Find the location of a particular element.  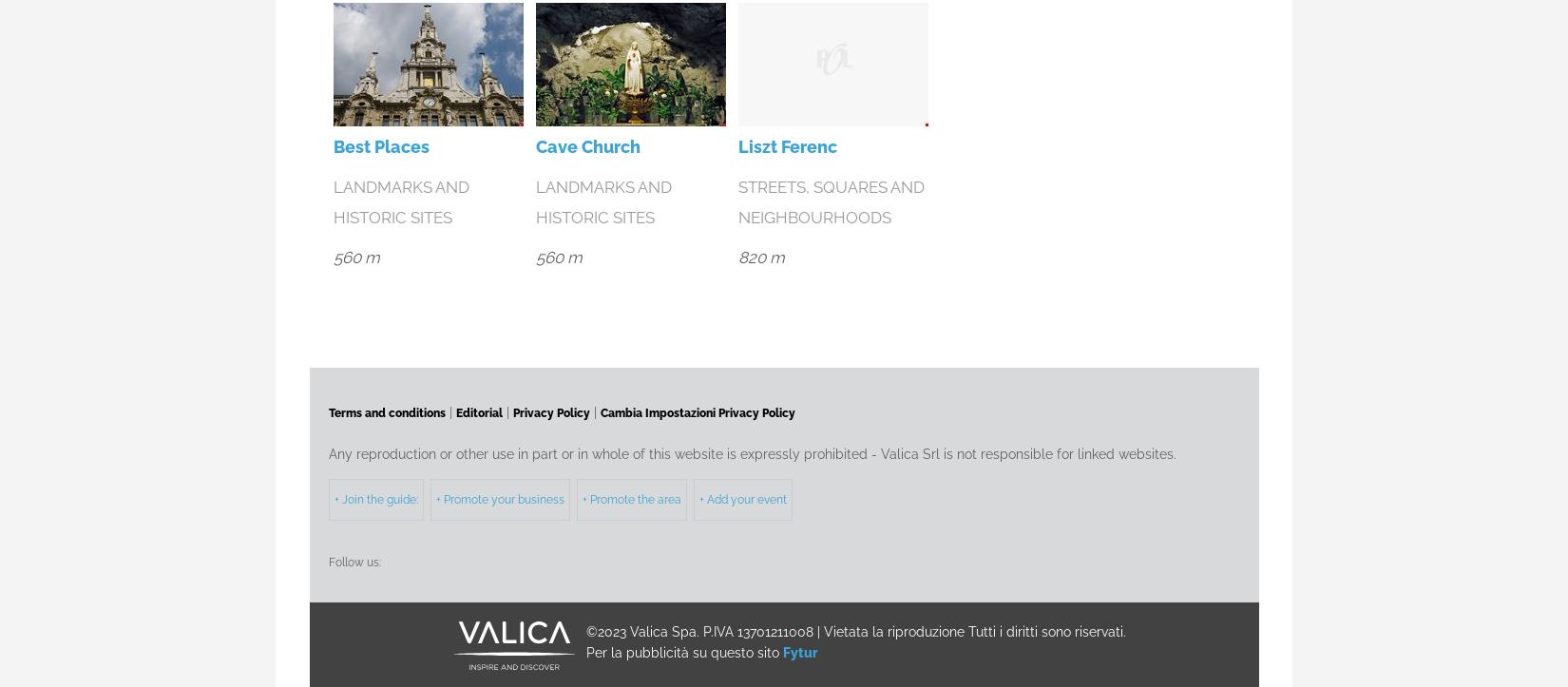

'Terms and conditions' is located at coordinates (328, 413).